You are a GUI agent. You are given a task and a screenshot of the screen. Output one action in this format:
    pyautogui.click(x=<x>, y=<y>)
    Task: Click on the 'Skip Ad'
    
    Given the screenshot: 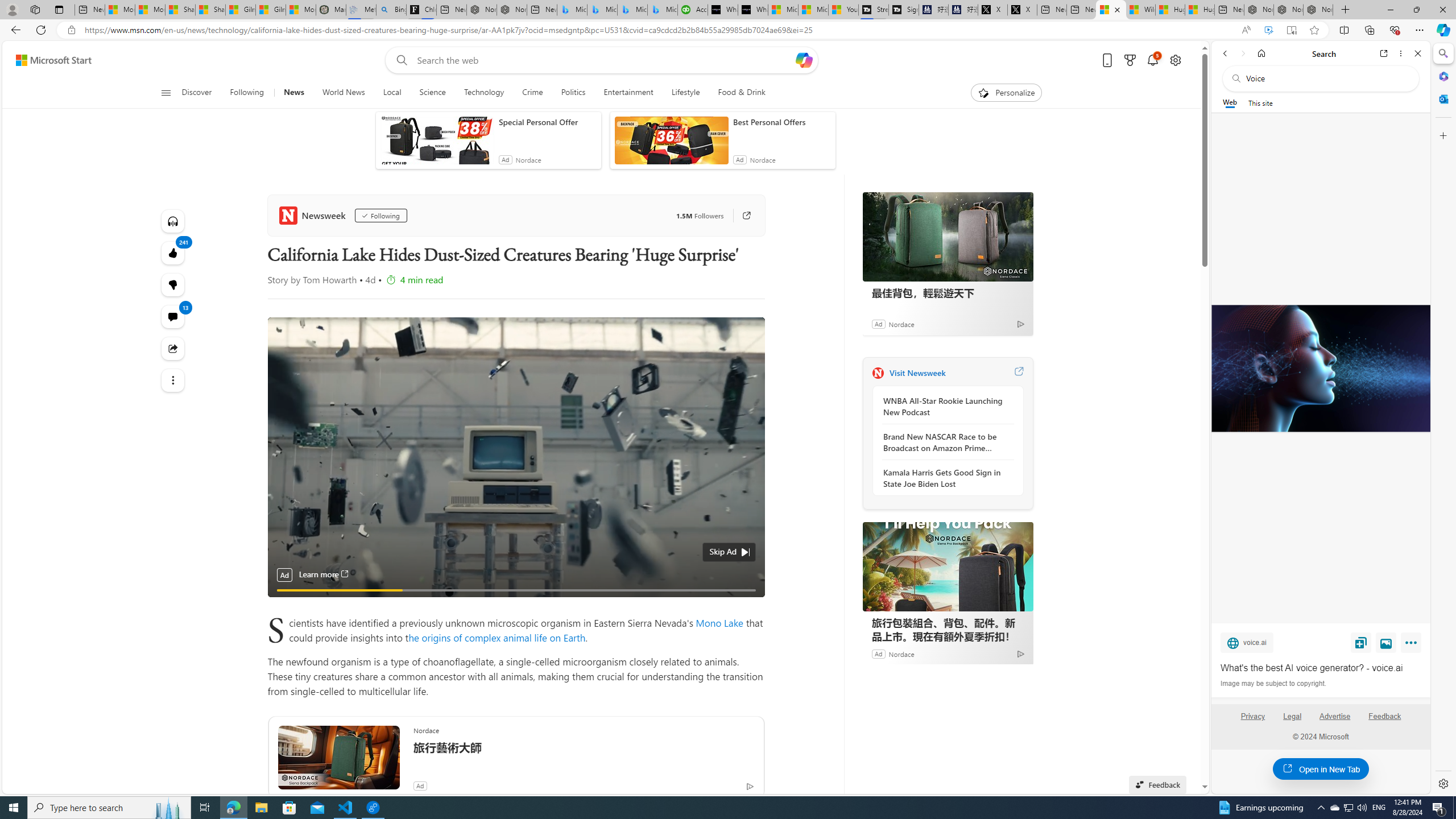 What is the action you would take?
    pyautogui.click(x=723, y=551)
    